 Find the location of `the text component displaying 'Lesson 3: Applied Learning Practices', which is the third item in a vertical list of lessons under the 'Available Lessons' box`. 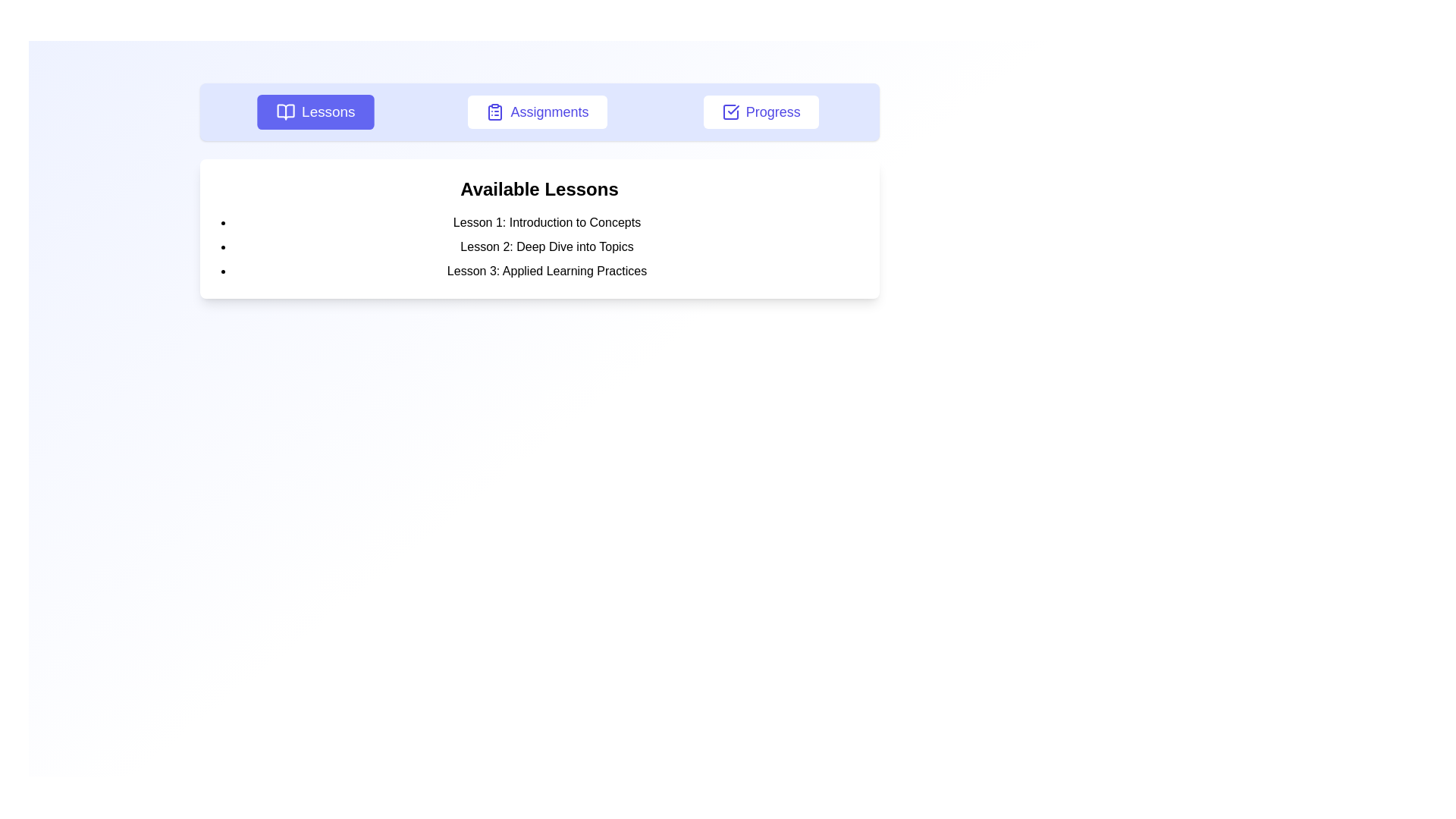

the text component displaying 'Lesson 3: Applied Learning Practices', which is the third item in a vertical list of lessons under the 'Available Lessons' box is located at coordinates (546, 271).